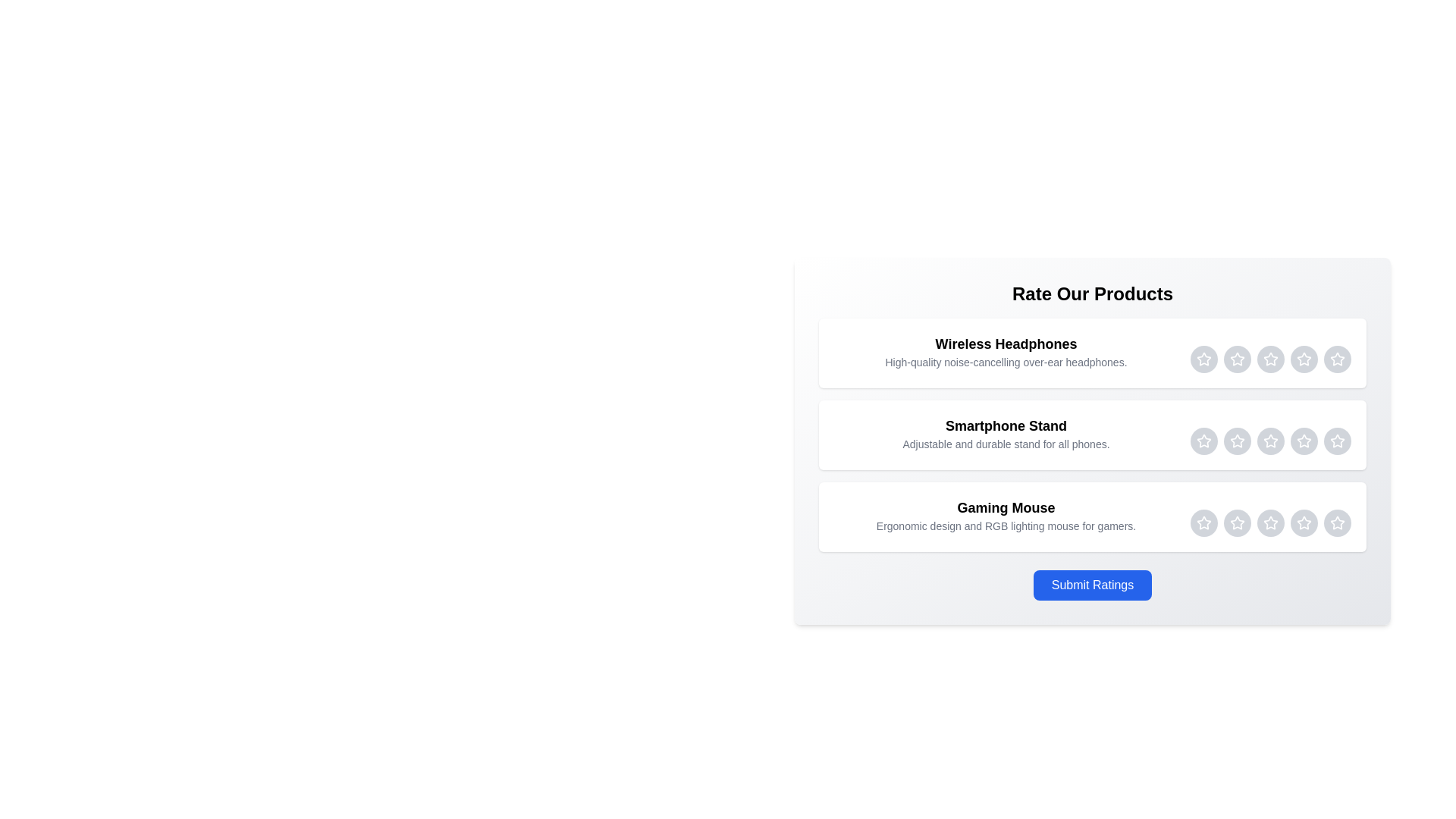  Describe the element at coordinates (1337, 522) in the screenshot. I see `the Gaming Mouse rating star 5` at that location.